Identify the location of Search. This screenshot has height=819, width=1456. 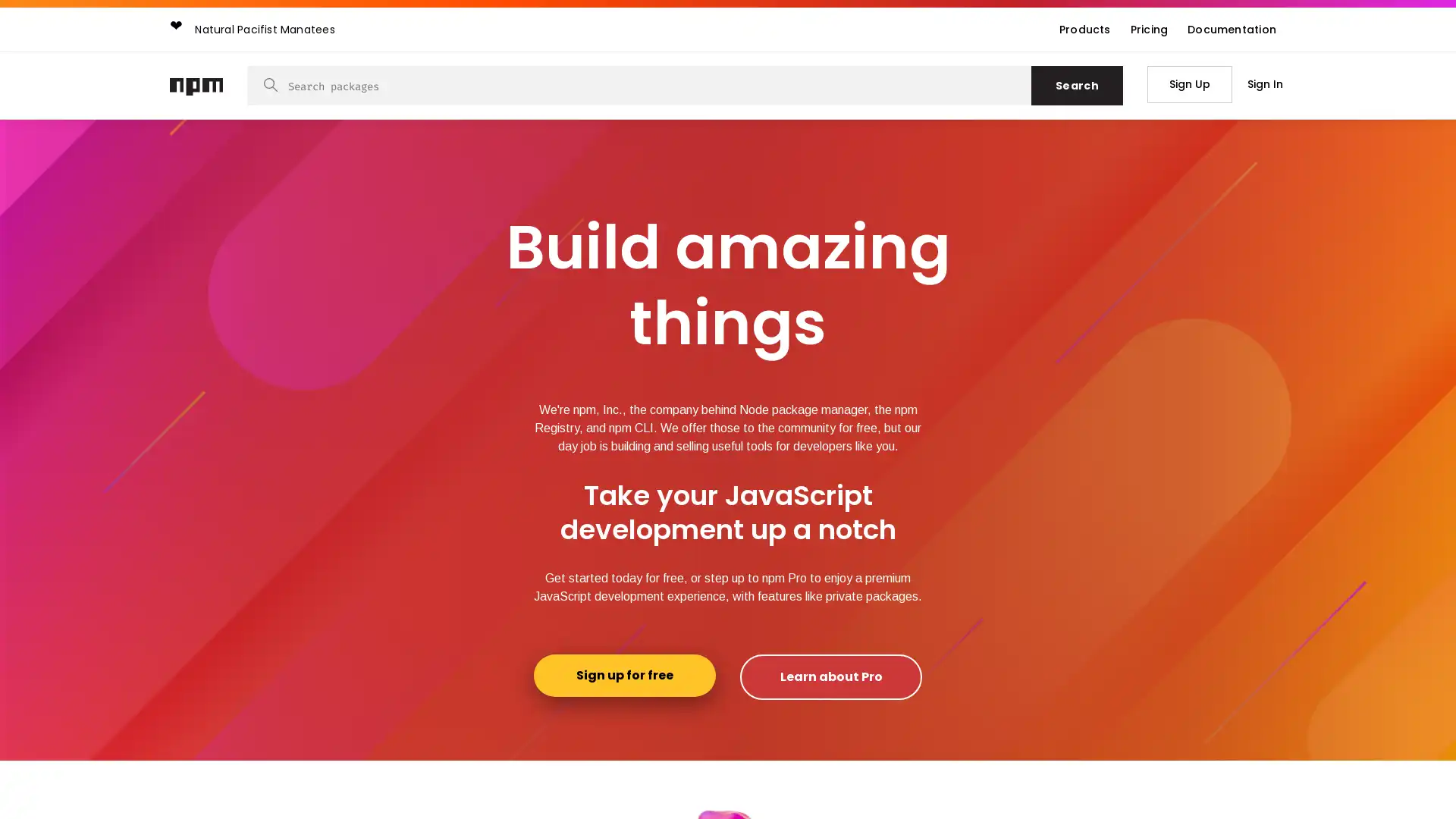
(1076, 85).